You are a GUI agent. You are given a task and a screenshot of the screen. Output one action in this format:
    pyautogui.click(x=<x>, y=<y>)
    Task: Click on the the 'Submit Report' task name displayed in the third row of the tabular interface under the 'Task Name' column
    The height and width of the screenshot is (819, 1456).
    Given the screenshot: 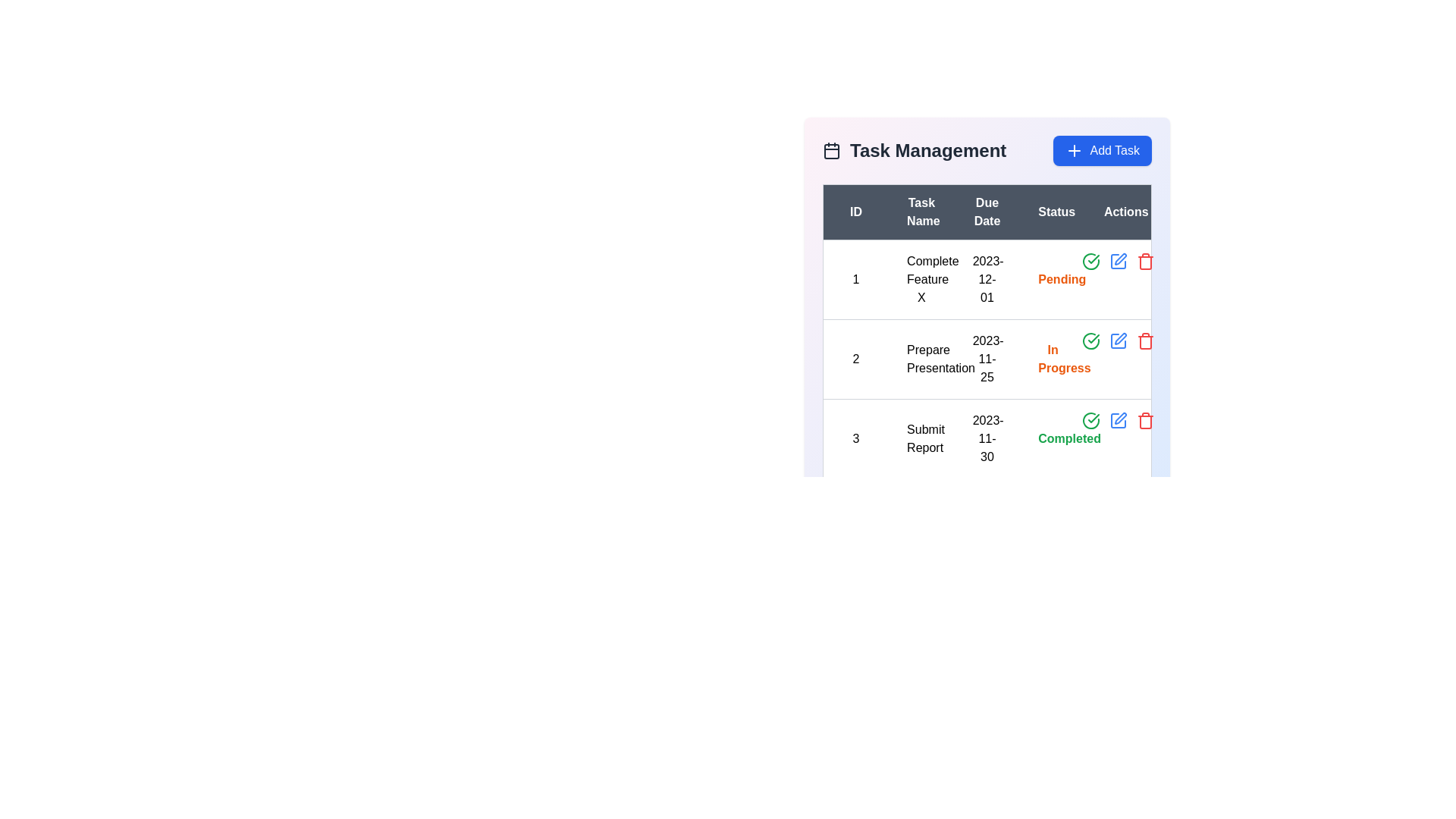 What is the action you would take?
    pyautogui.click(x=921, y=438)
    